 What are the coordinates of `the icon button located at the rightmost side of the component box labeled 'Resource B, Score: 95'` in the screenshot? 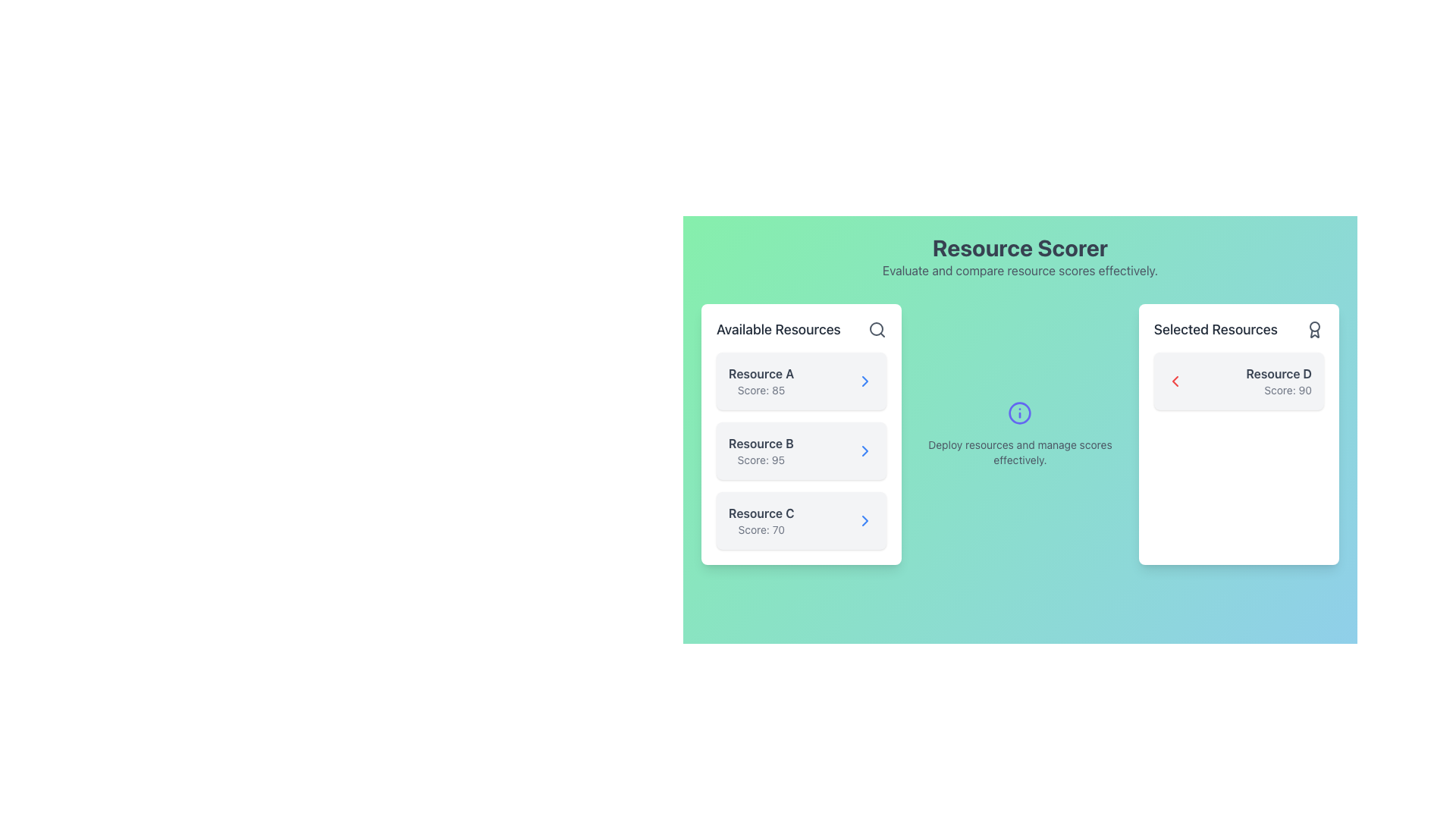 It's located at (865, 450).